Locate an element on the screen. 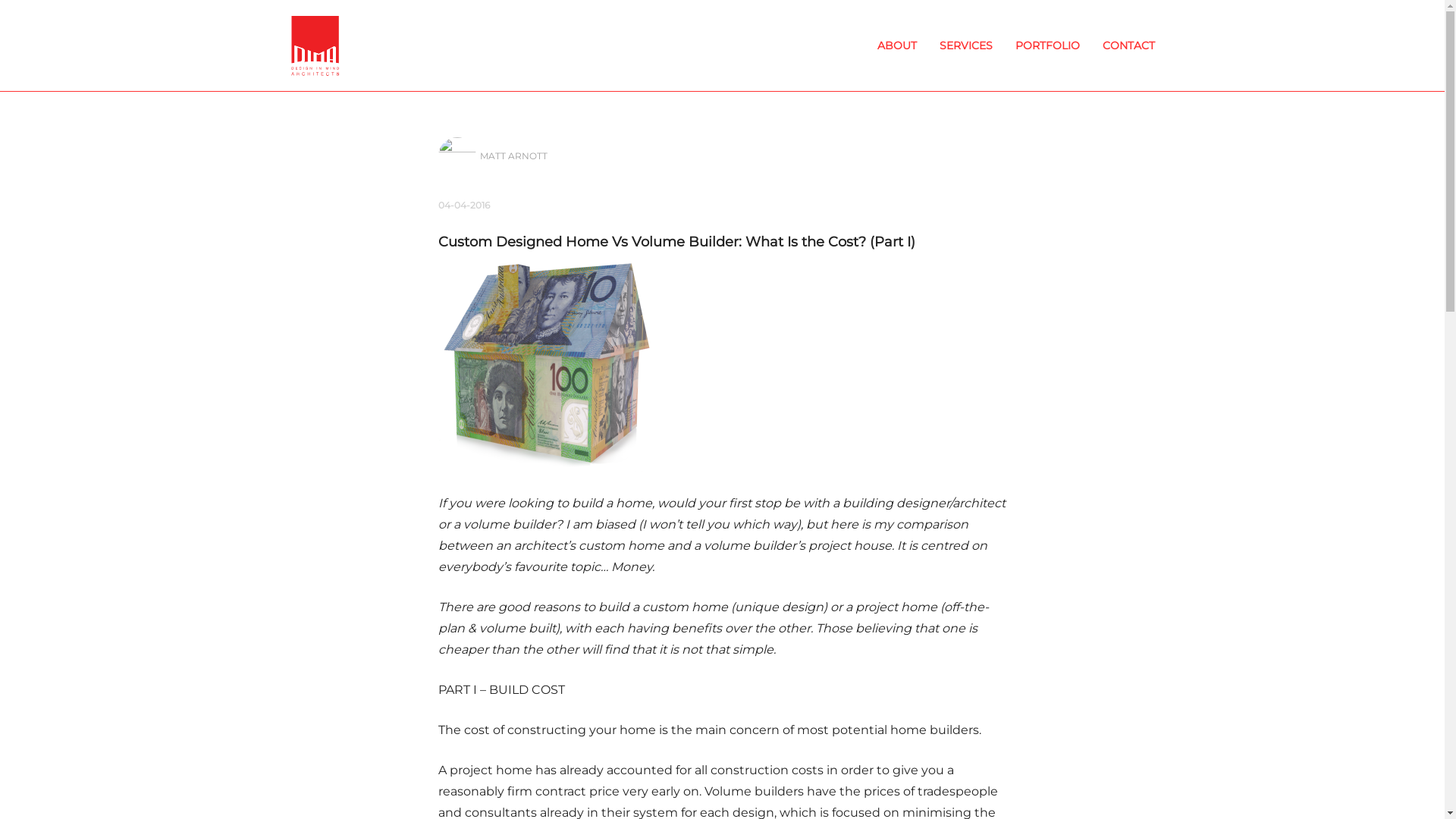 The image size is (1456, 819). 'ABOUT' is located at coordinates (896, 45).